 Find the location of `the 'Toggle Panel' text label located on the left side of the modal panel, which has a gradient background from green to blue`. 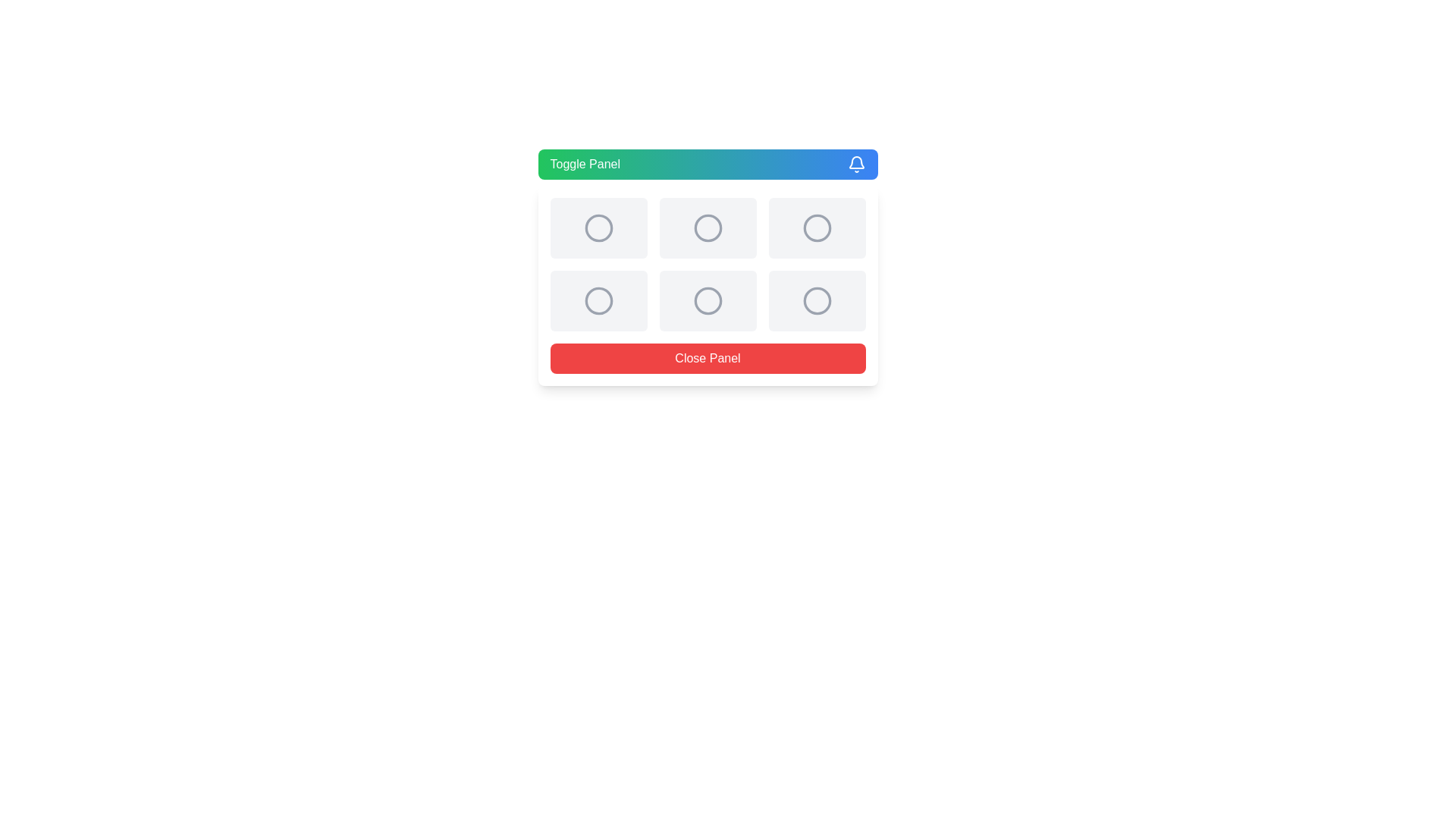

the 'Toggle Panel' text label located on the left side of the modal panel, which has a gradient background from green to blue is located at coordinates (584, 164).